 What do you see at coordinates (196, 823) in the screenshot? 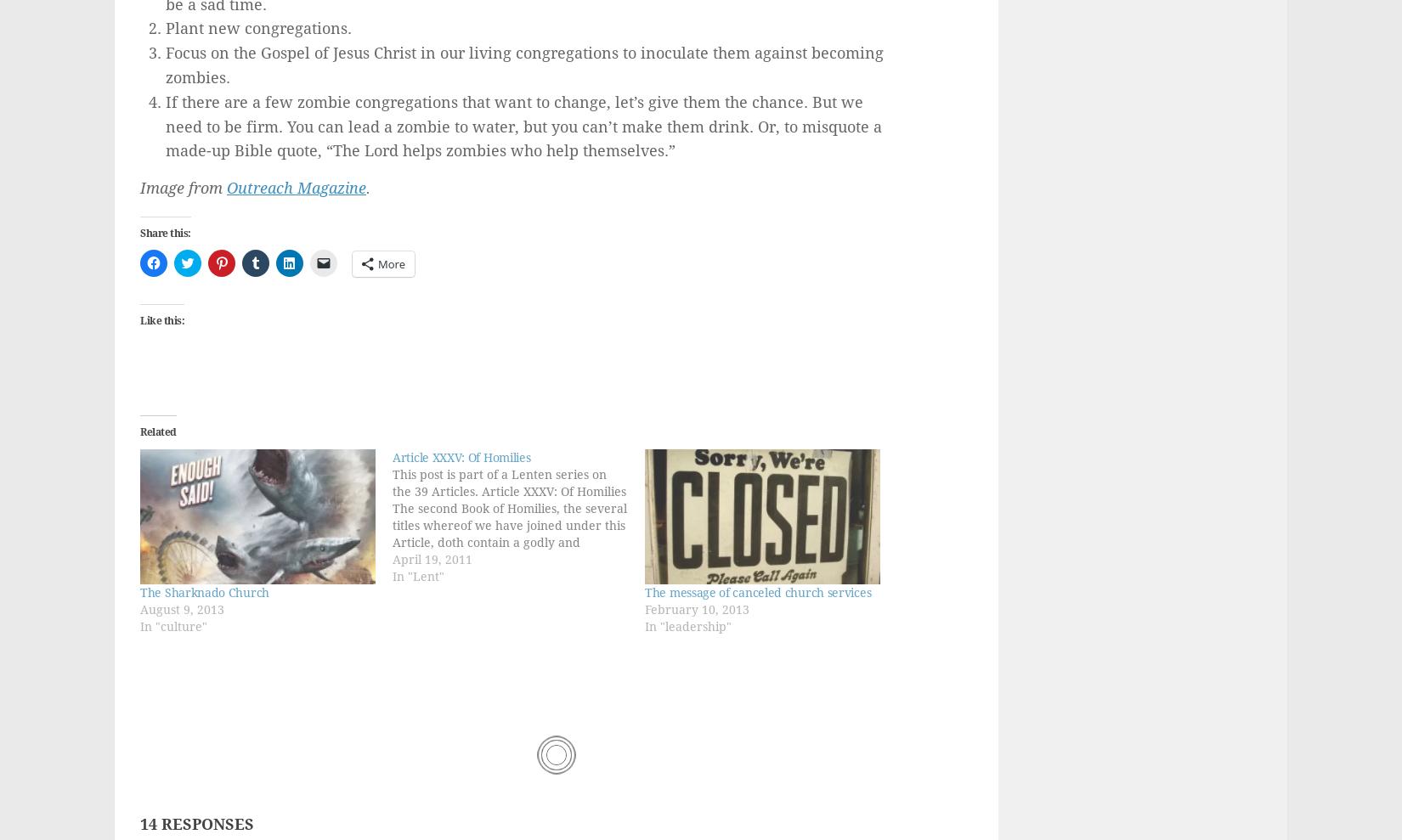
I see `'14 Responses'` at bounding box center [196, 823].